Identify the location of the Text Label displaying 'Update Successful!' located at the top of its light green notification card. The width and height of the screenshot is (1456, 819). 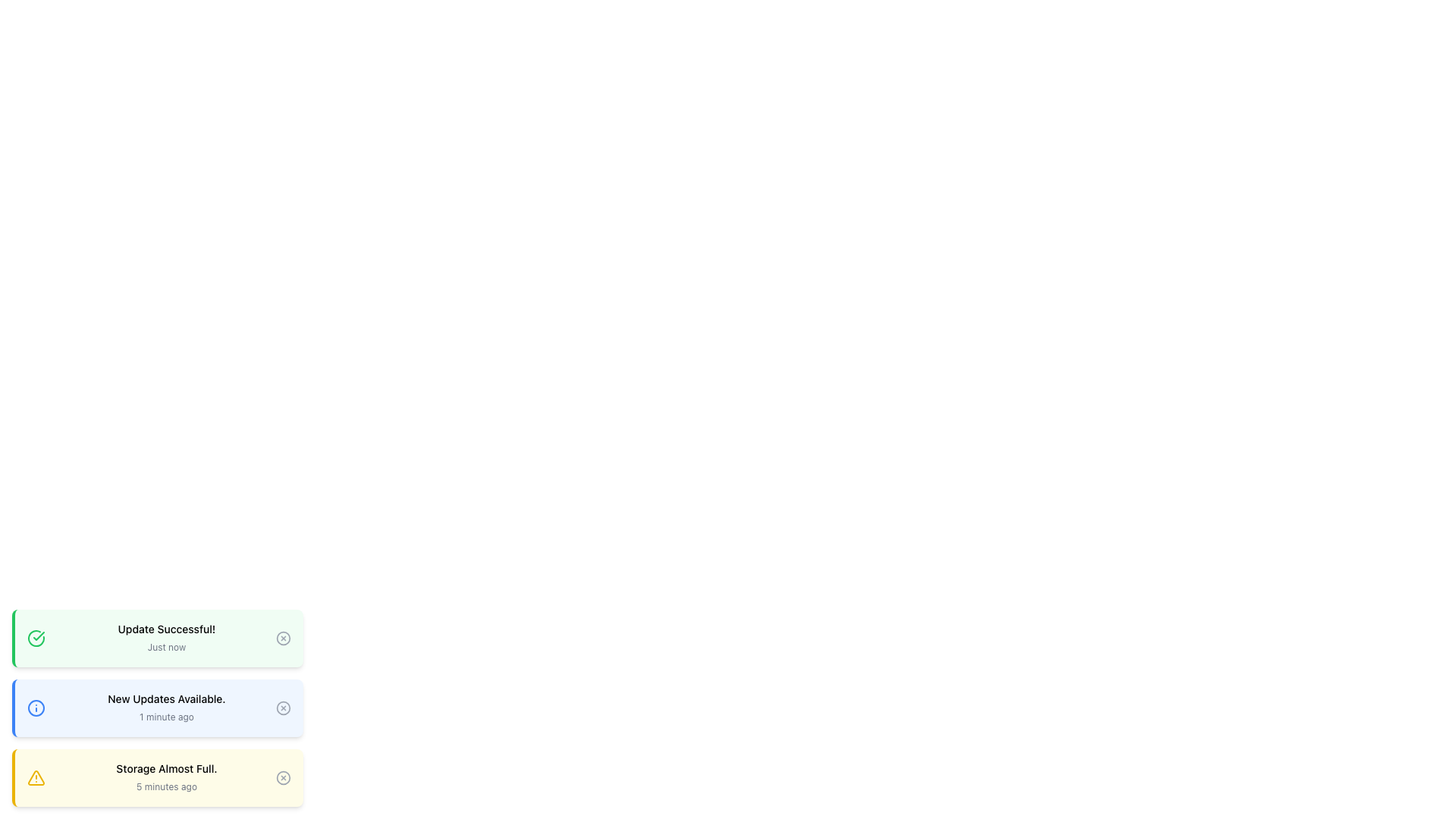
(167, 629).